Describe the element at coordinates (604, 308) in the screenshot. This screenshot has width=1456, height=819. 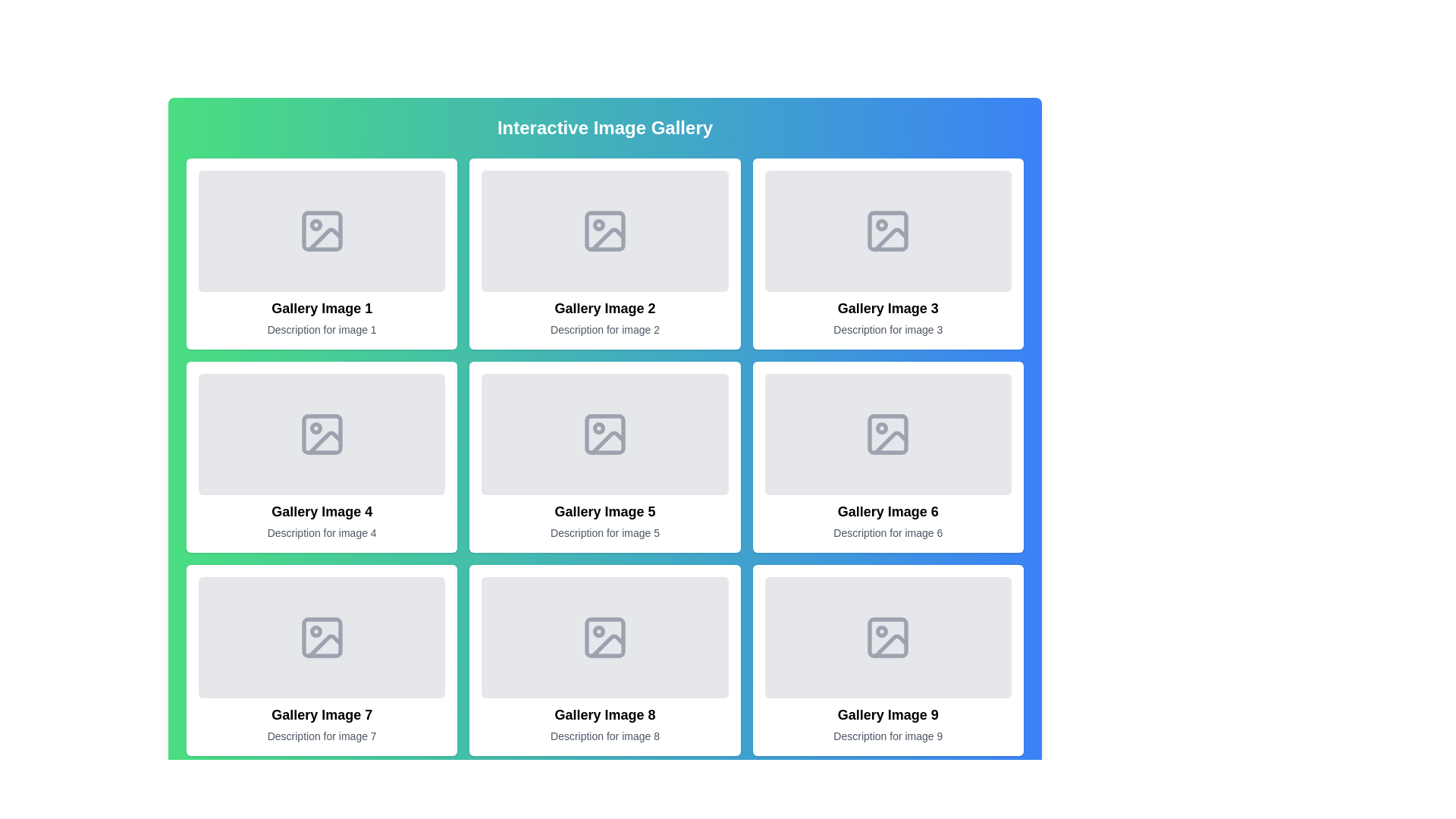
I see `text label that serves as the title of the gallery item, positioned in the middle column of the first row, below the gray image placeholder` at that location.